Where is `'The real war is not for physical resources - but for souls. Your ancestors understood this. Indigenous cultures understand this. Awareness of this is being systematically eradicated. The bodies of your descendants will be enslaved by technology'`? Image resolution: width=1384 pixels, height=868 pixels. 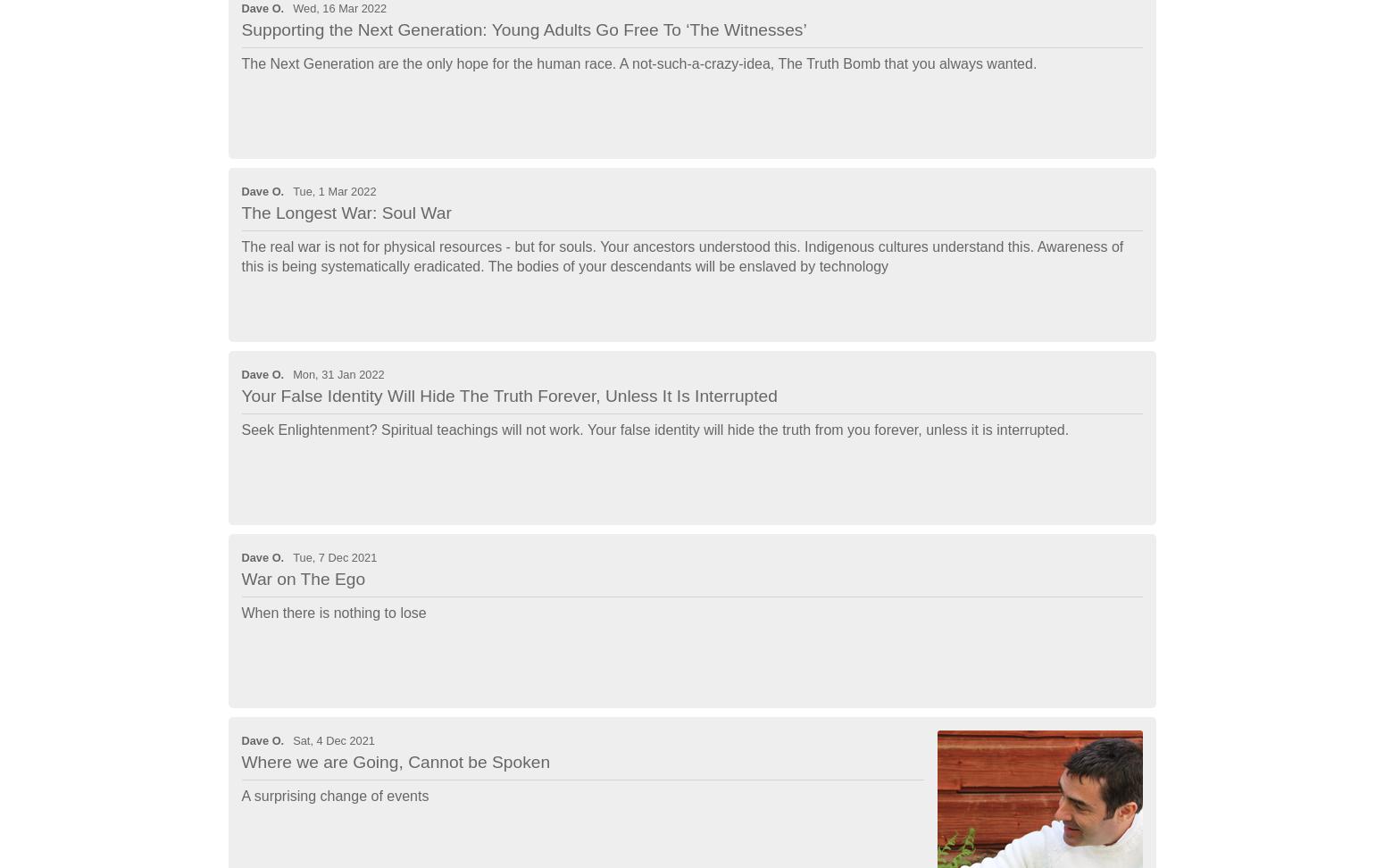
'The real war is not for physical resources - but for souls. Your ancestors understood this. Indigenous cultures understand this. Awareness of this is being systematically eradicated. The bodies of your descendants will be enslaved by technology' is located at coordinates (241, 256).